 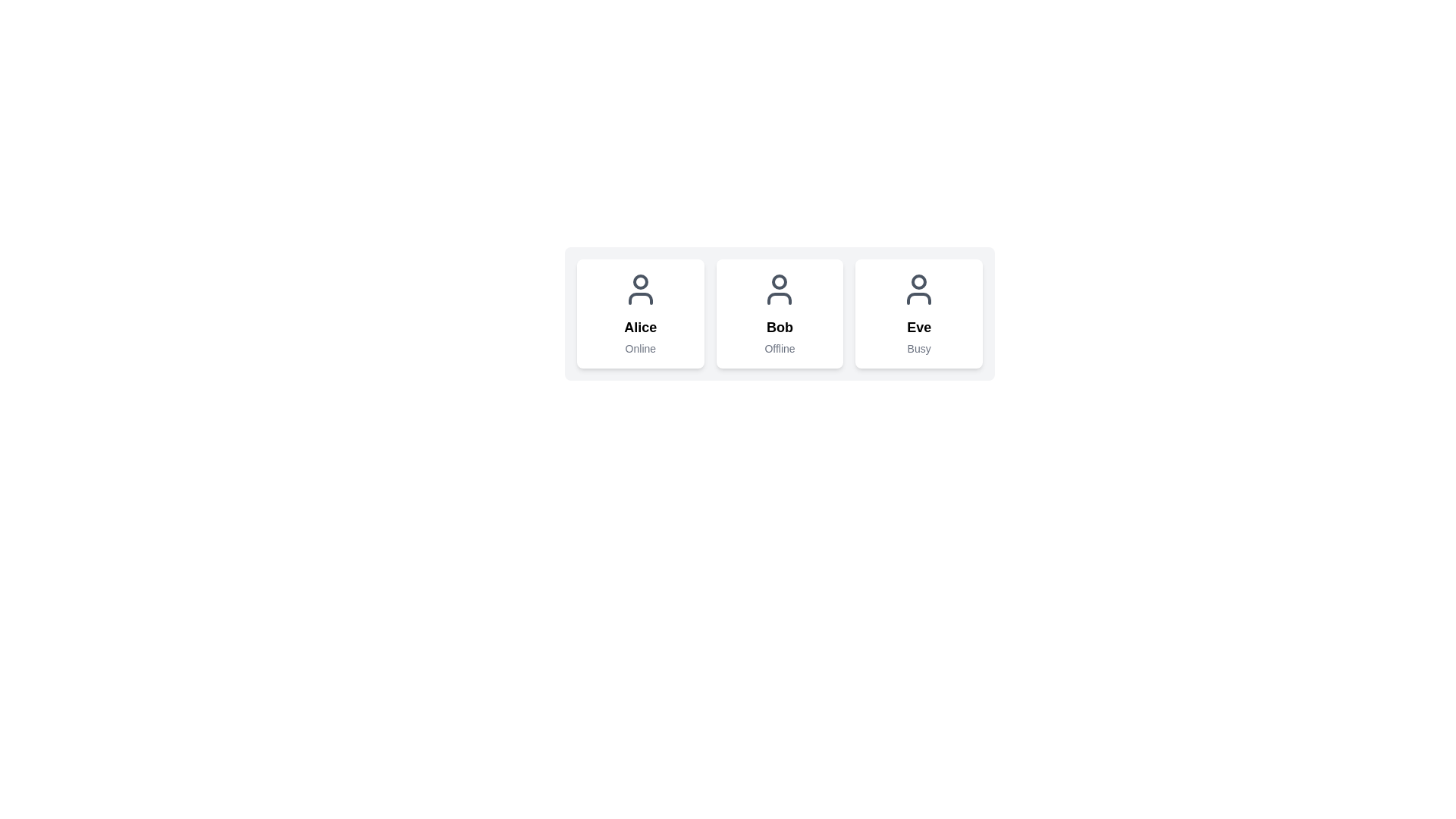 I want to click on the user avatar icon in the 'Alice' card, which is the leftmost card among three user cards aligned horizontally, so click(x=640, y=289).